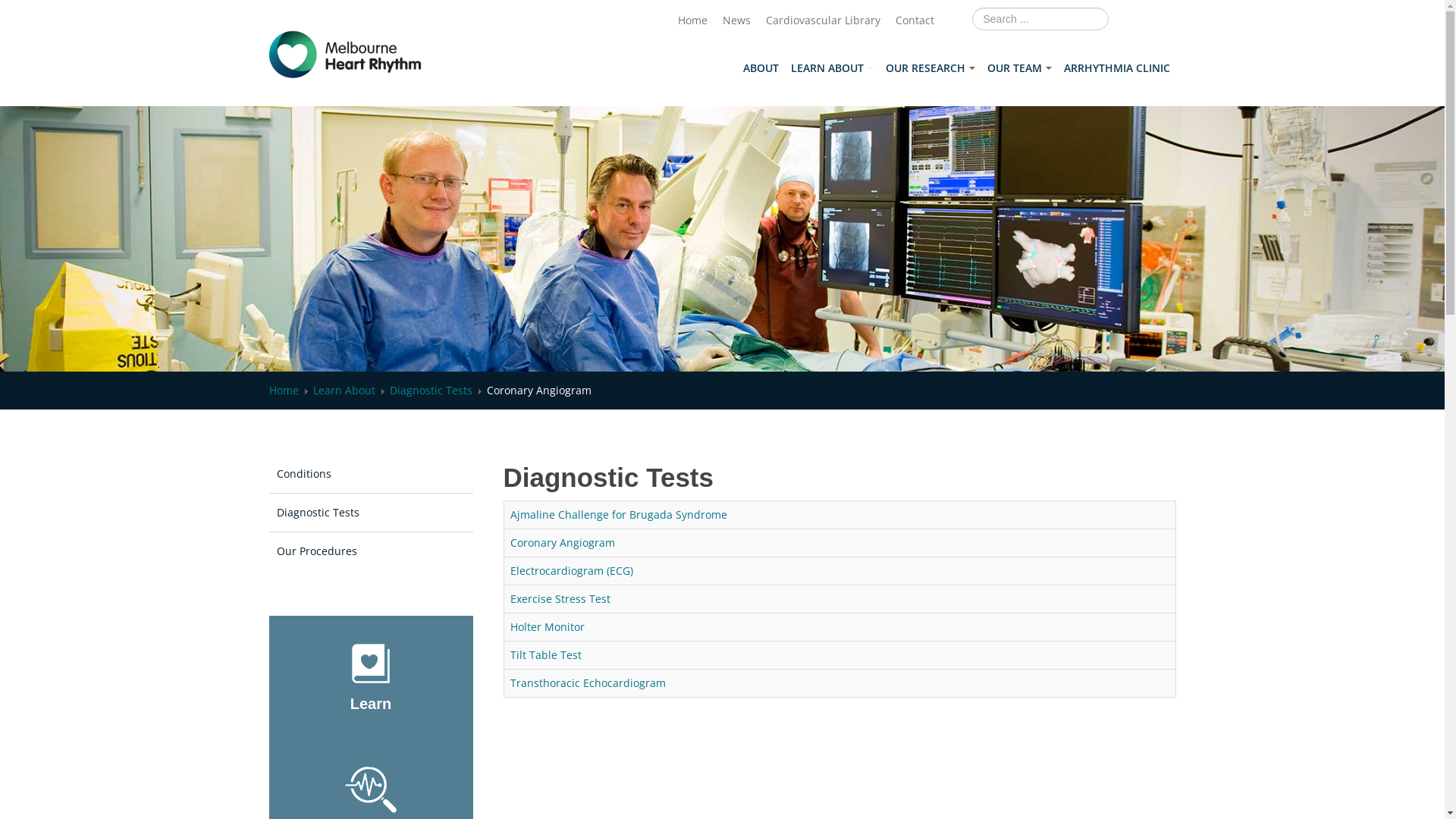  What do you see at coordinates (371, 704) in the screenshot?
I see `'Learn'` at bounding box center [371, 704].